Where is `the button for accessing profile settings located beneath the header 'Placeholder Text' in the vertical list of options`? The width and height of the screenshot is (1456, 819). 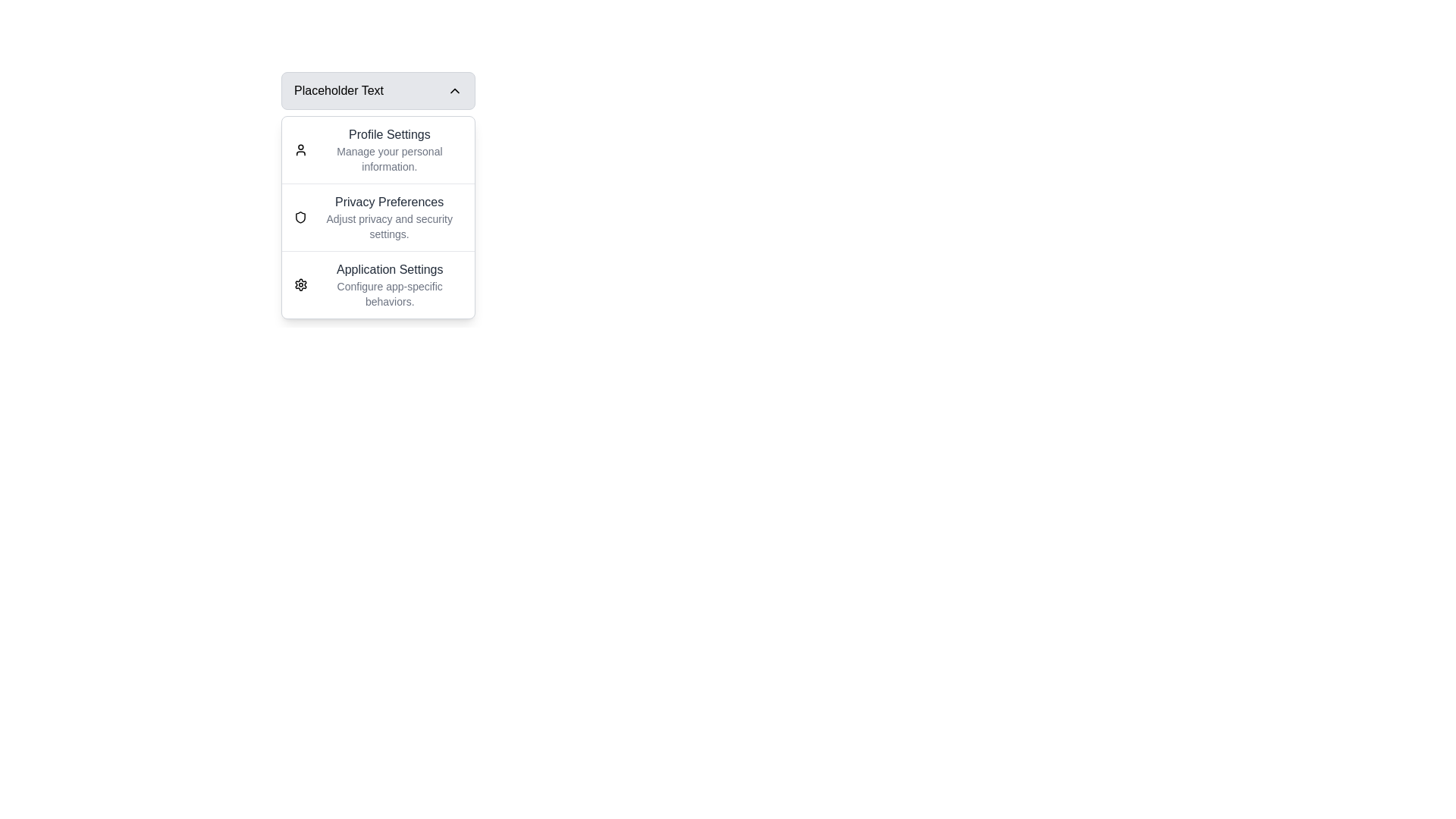
the button for accessing profile settings located beneath the header 'Placeholder Text' in the vertical list of options is located at coordinates (378, 149).